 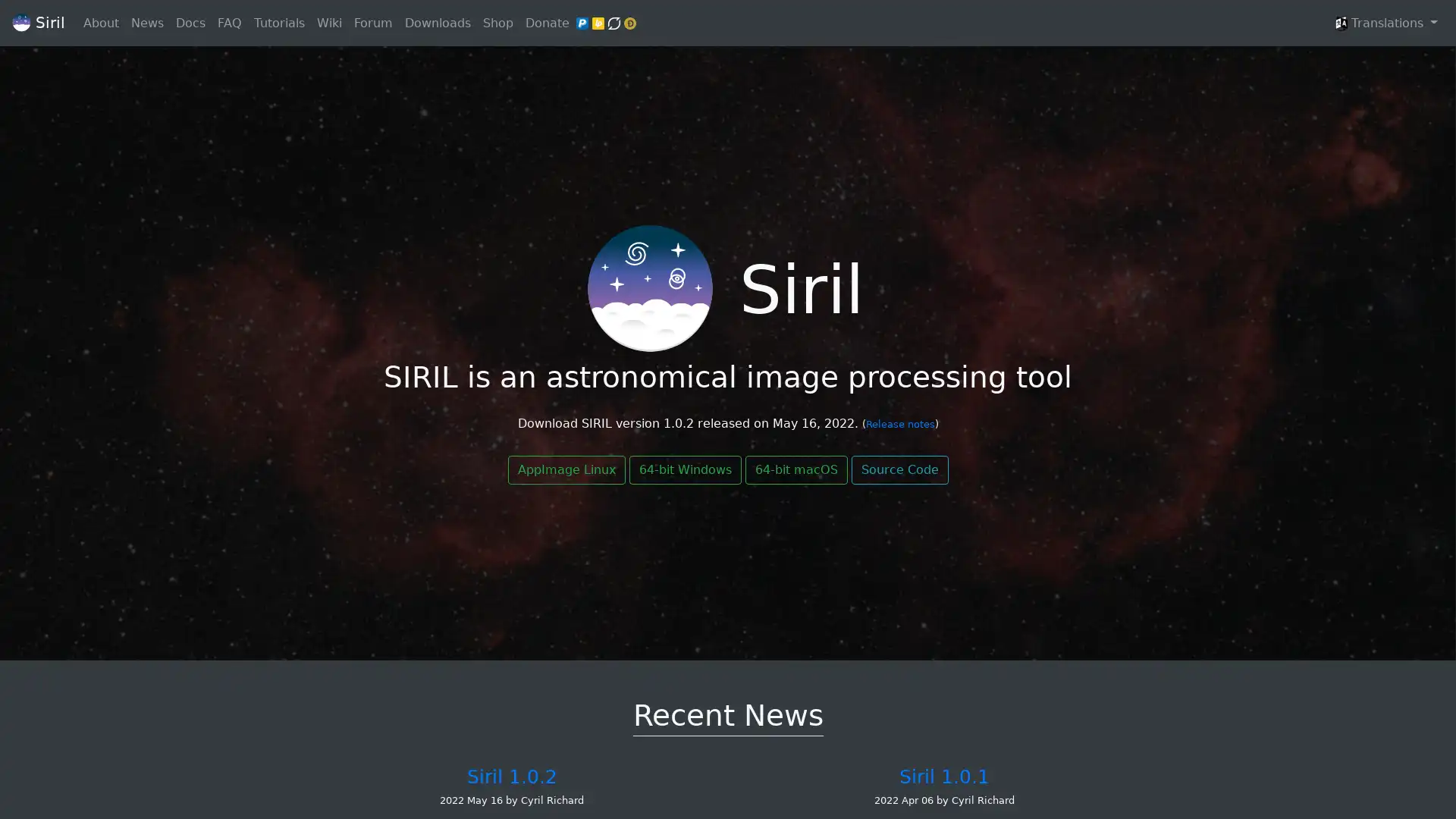 What do you see at coordinates (565, 469) in the screenshot?
I see `AppImage Linux` at bounding box center [565, 469].